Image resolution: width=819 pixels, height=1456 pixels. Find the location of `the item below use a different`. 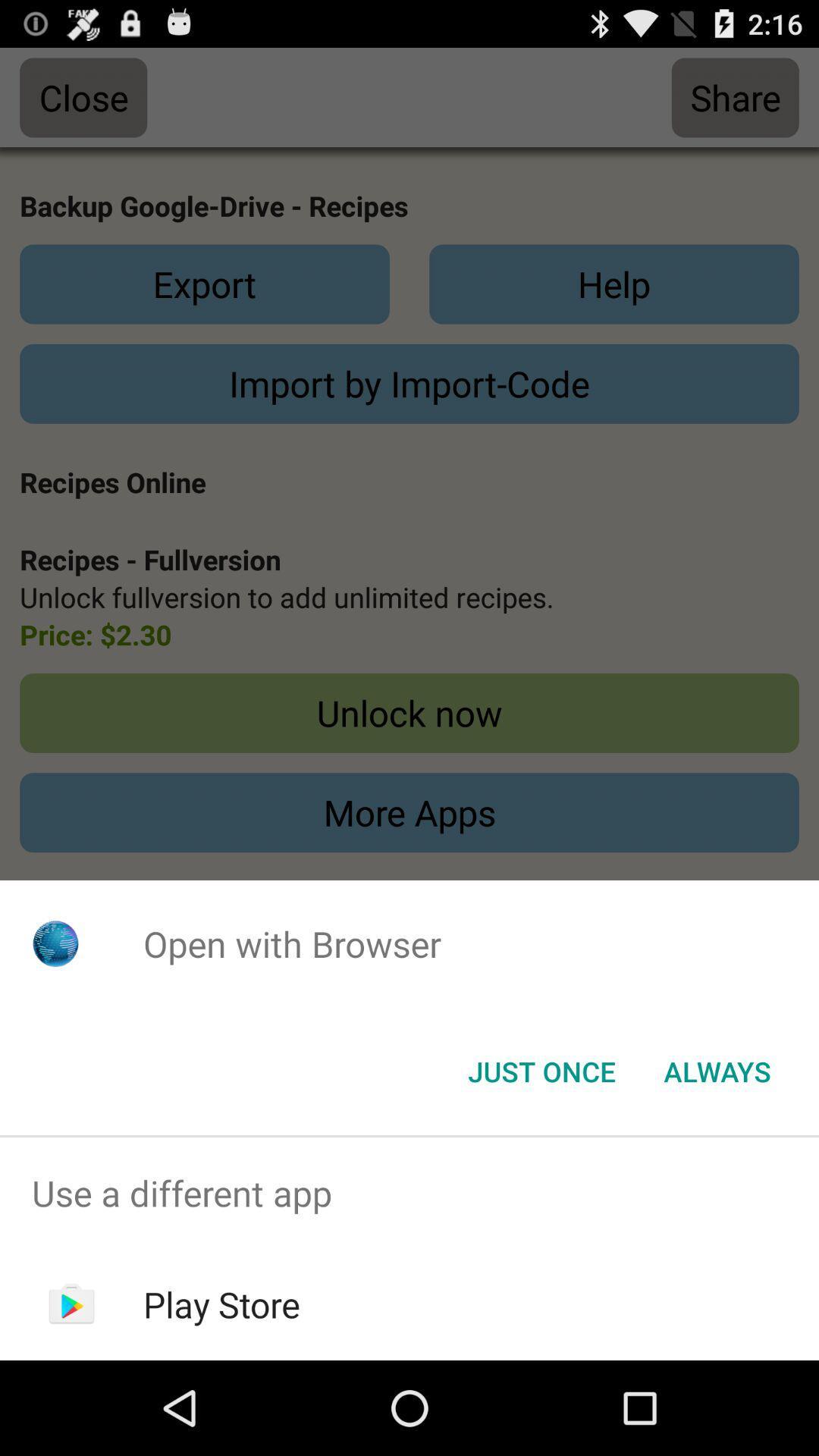

the item below use a different is located at coordinates (221, 1304).